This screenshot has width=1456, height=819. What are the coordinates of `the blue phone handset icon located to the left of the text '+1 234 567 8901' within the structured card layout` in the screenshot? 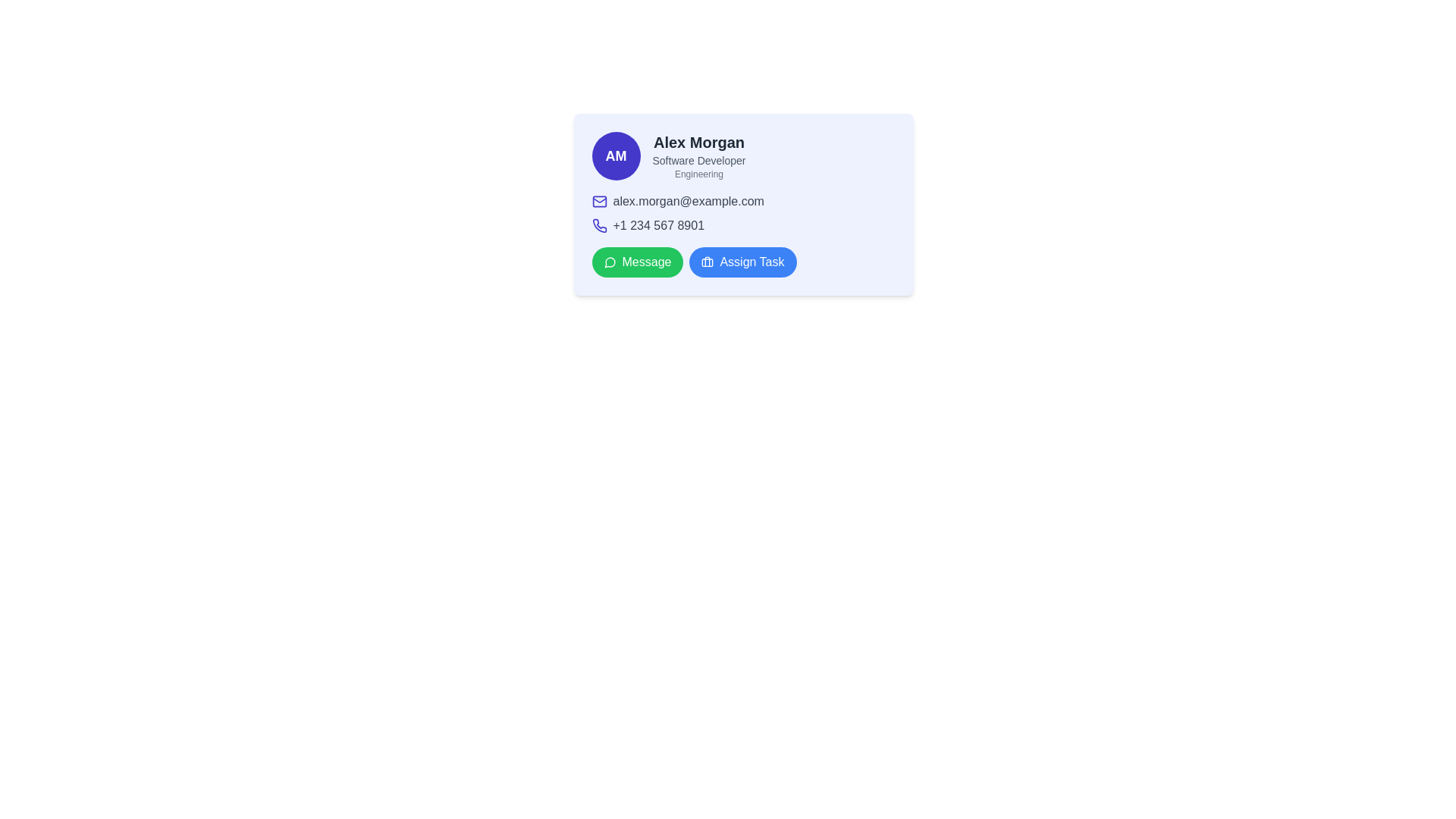 It's located at (598, 225).